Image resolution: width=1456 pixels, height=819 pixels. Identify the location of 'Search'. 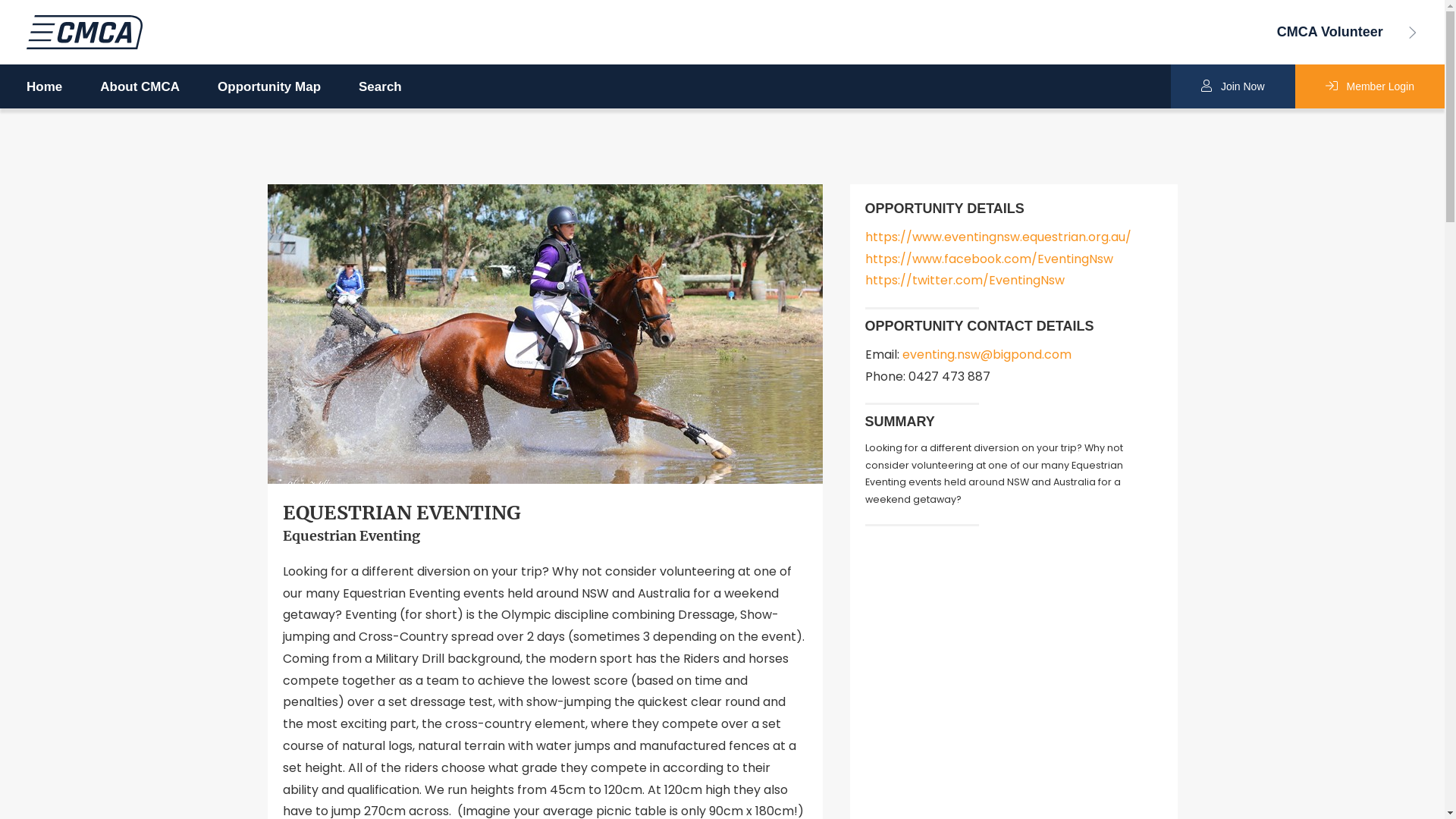
(380, 87).